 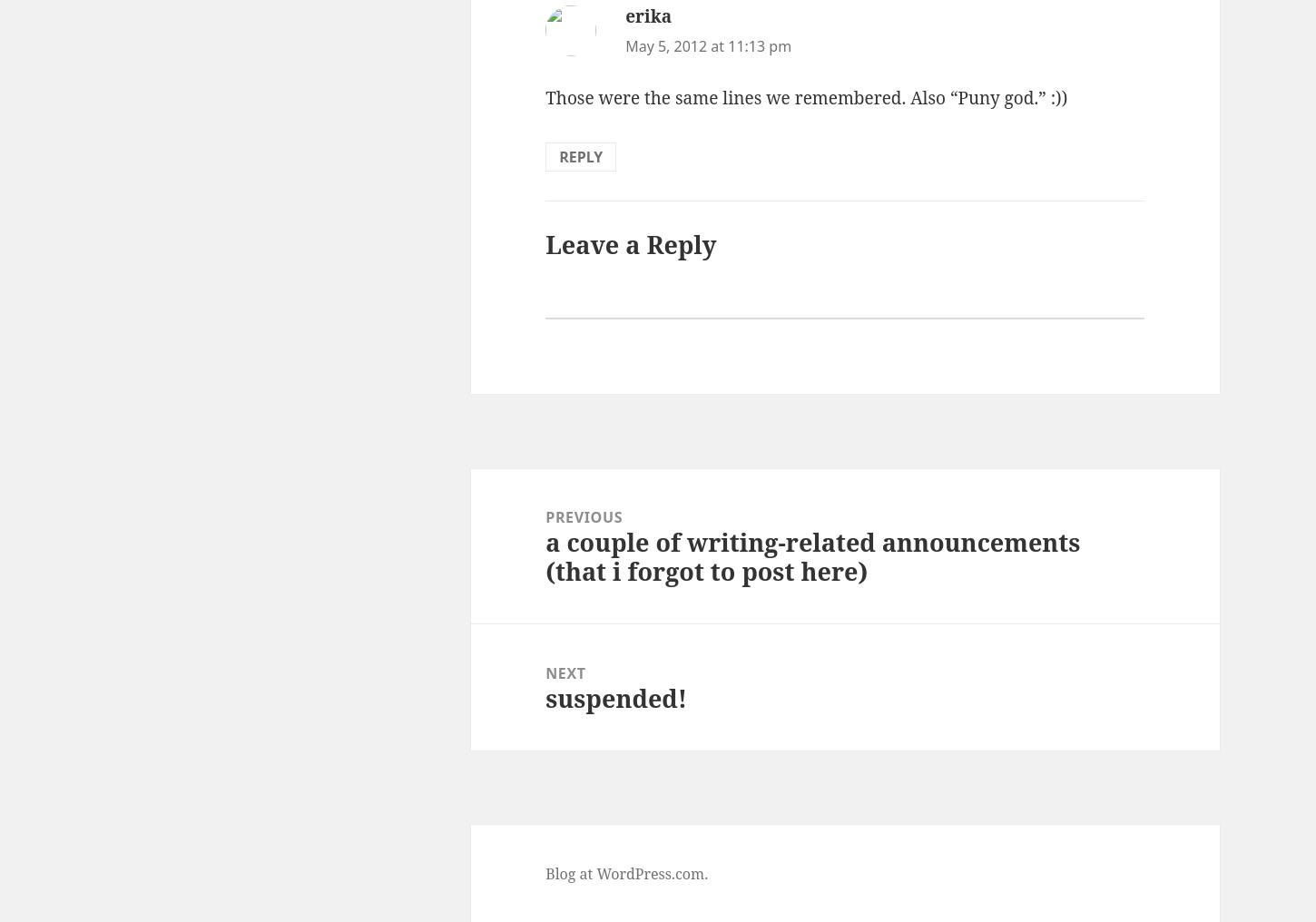 I want to click on 'Reply', so click(x=580, y=155).